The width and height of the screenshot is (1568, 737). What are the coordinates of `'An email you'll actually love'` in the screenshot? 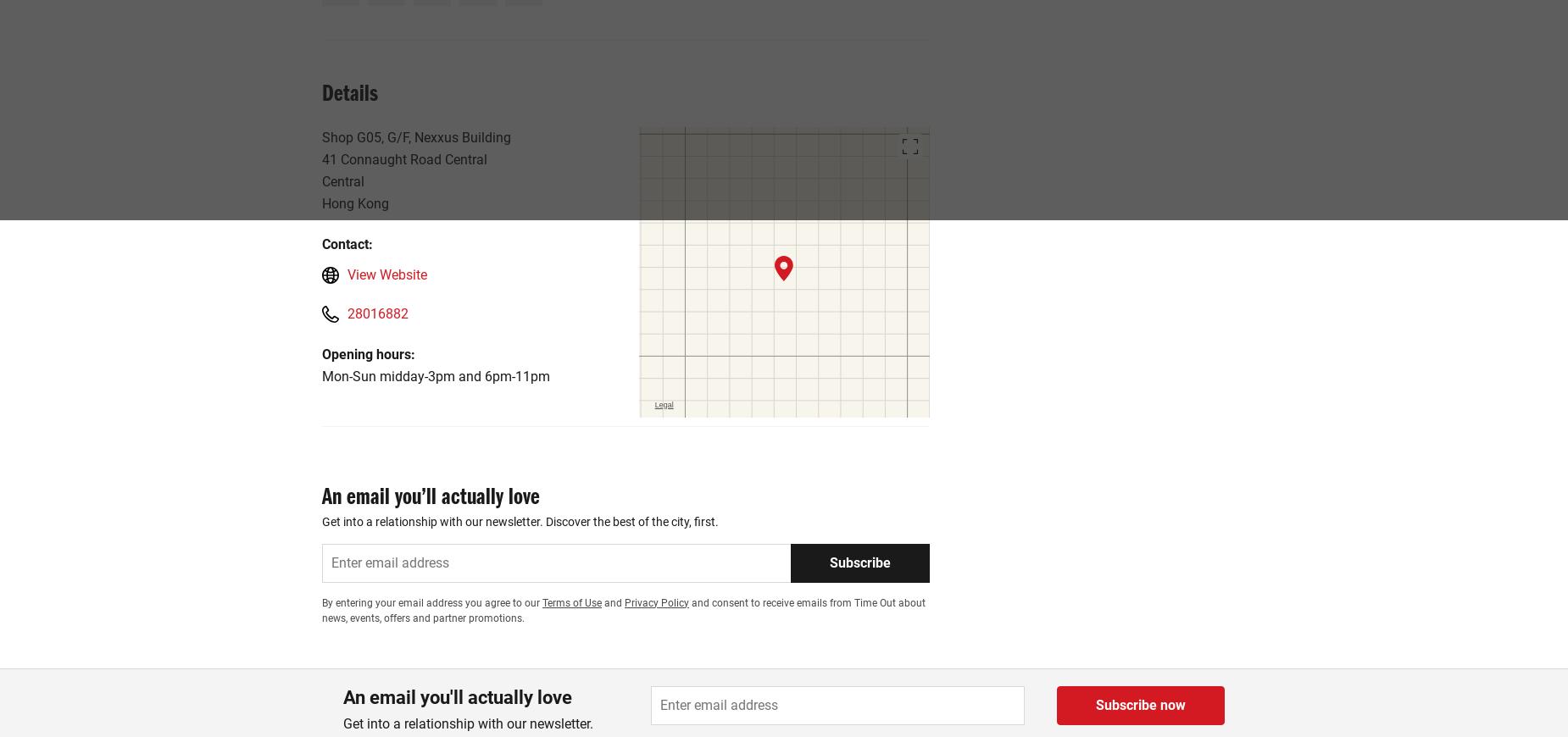 It's located at (458, 696).